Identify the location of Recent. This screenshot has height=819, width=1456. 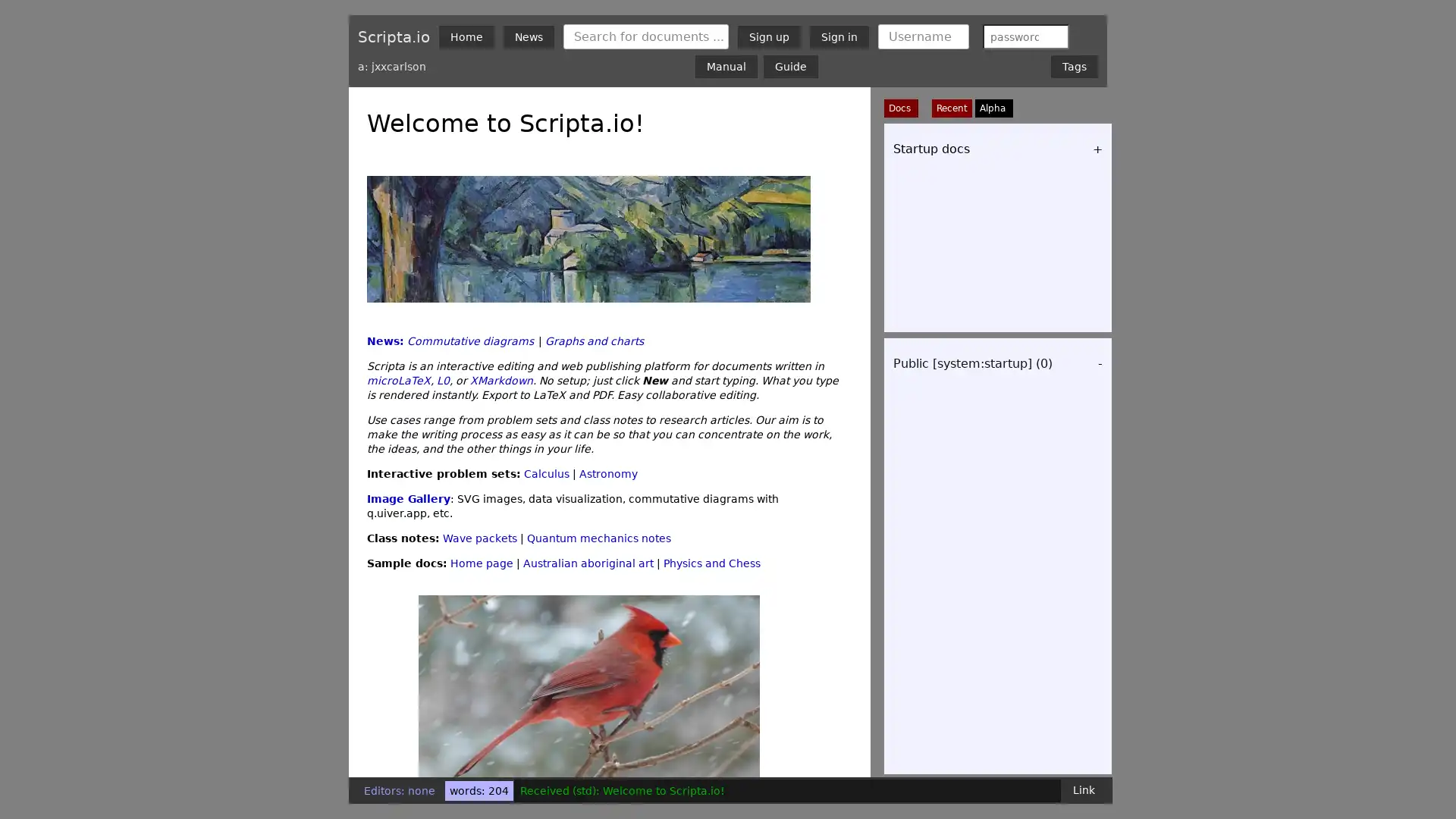
(951, 107).